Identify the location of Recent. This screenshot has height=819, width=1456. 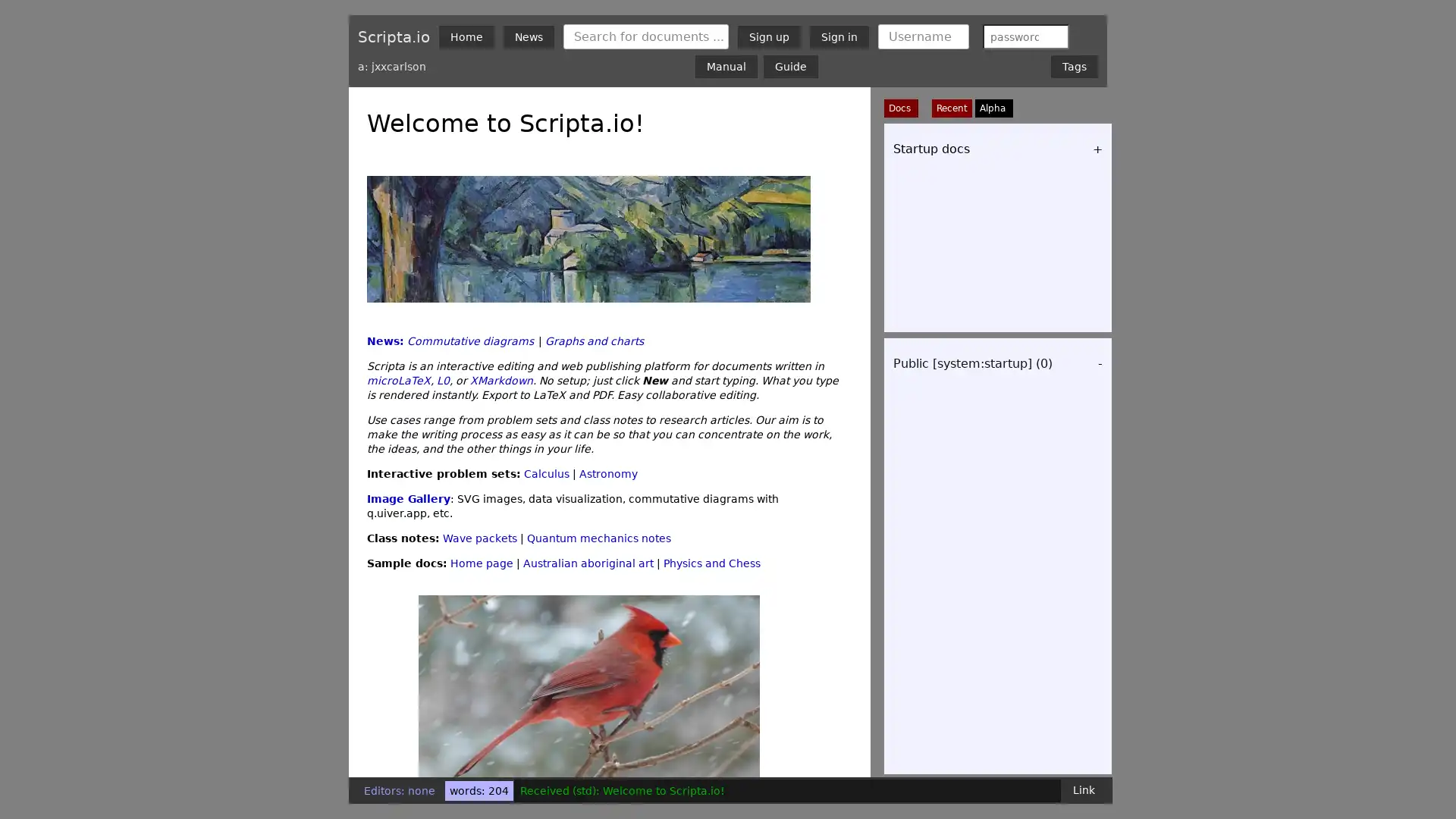
(951, 107).